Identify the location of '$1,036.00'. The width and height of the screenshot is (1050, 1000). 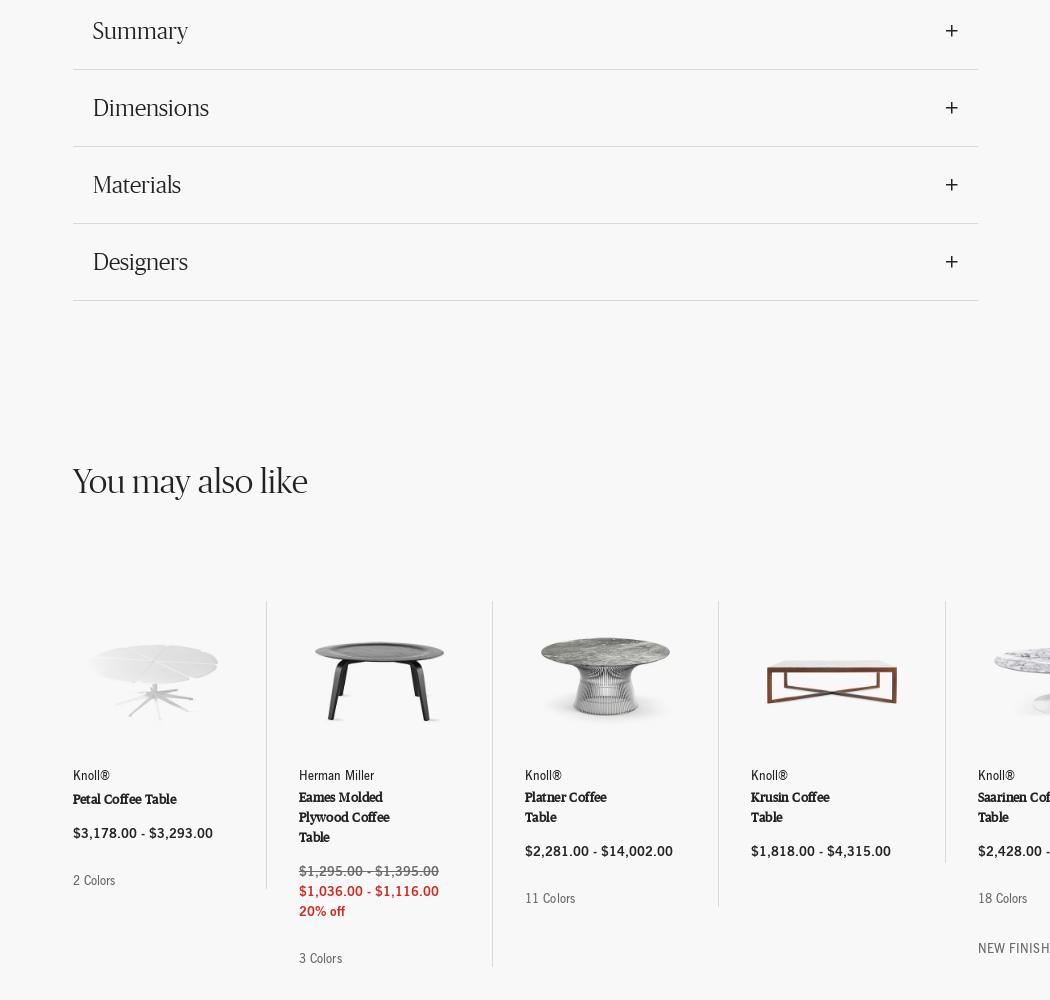
(332, 889).